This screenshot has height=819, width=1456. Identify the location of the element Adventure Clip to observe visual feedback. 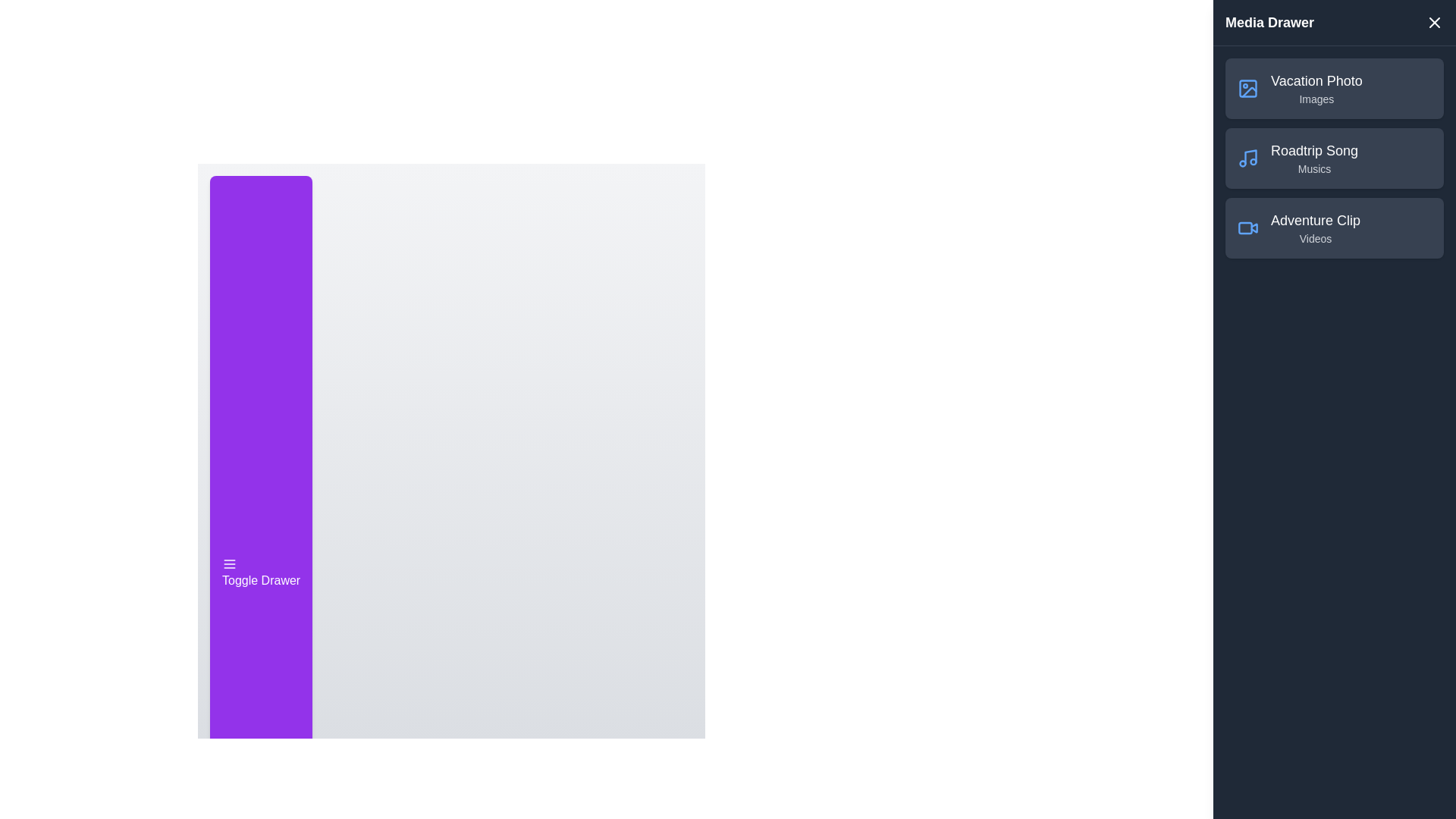
(1248, 227).